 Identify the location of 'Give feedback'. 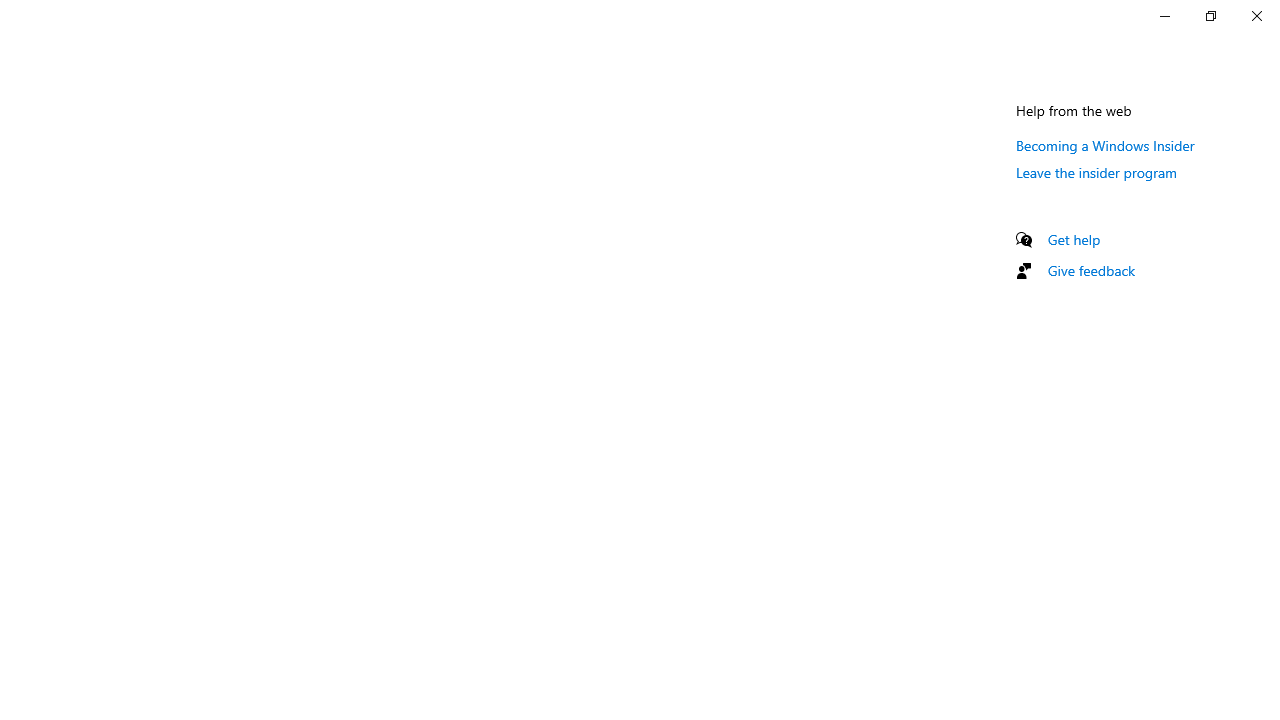
(1090, 270).